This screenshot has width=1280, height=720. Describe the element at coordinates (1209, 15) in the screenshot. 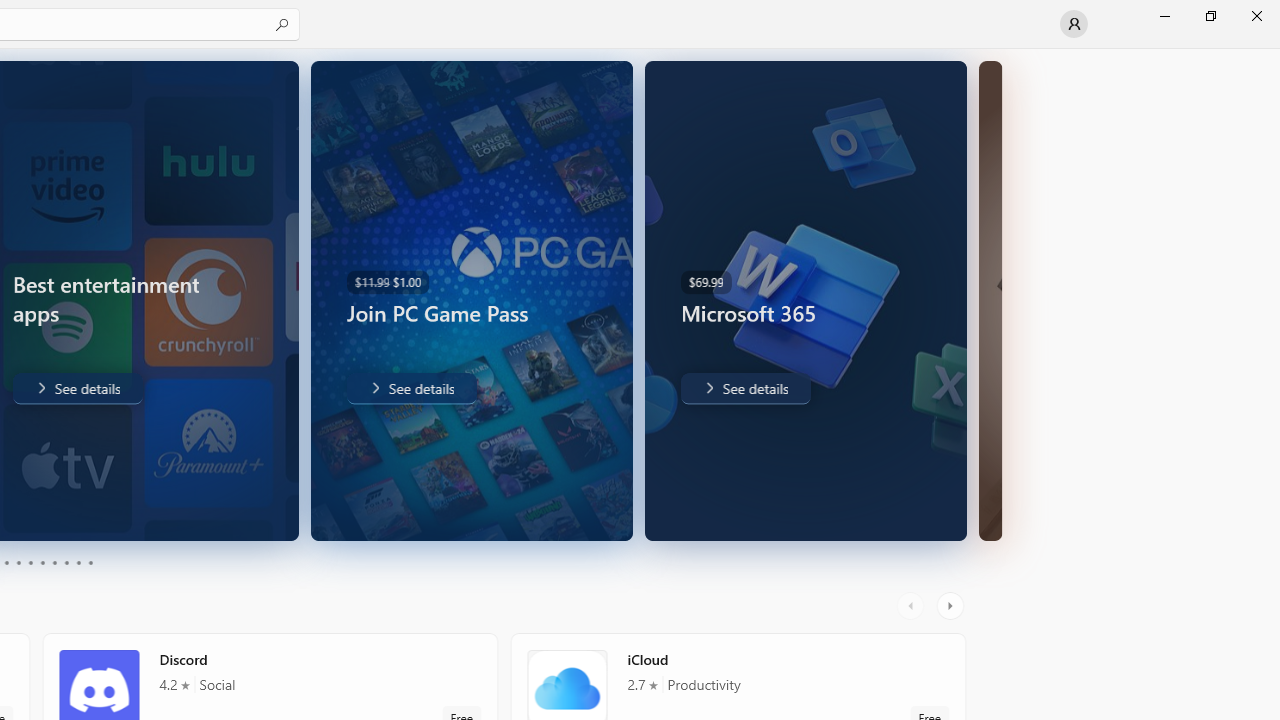

I see `'Restore Microsoft Store'` at that location.